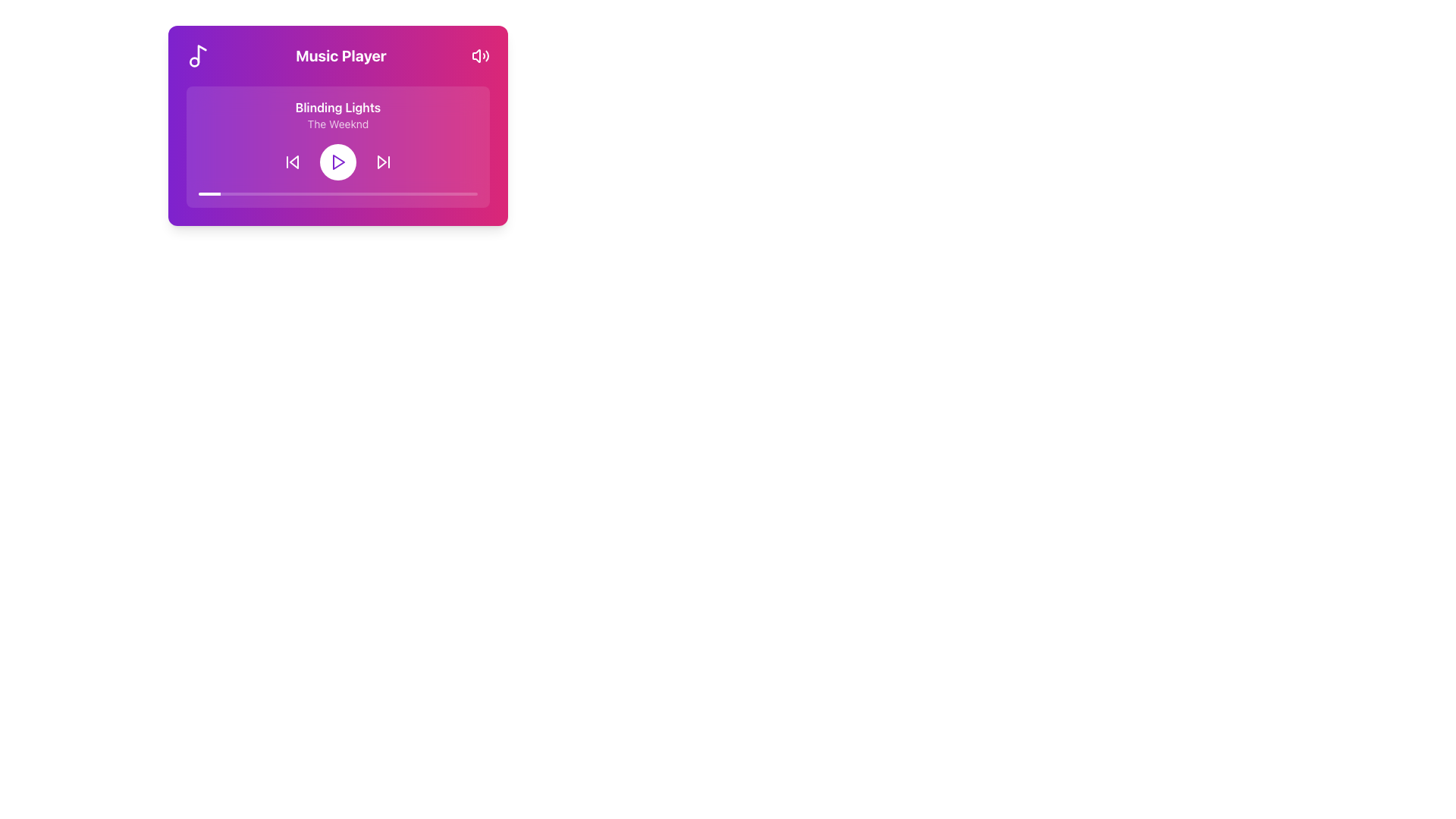 Image resolution: width=1456 pixels, height=819 pixels. I want to click on the small circular shape within the music note graphic located in the top-left corner of the music player component, so click(193, 61).